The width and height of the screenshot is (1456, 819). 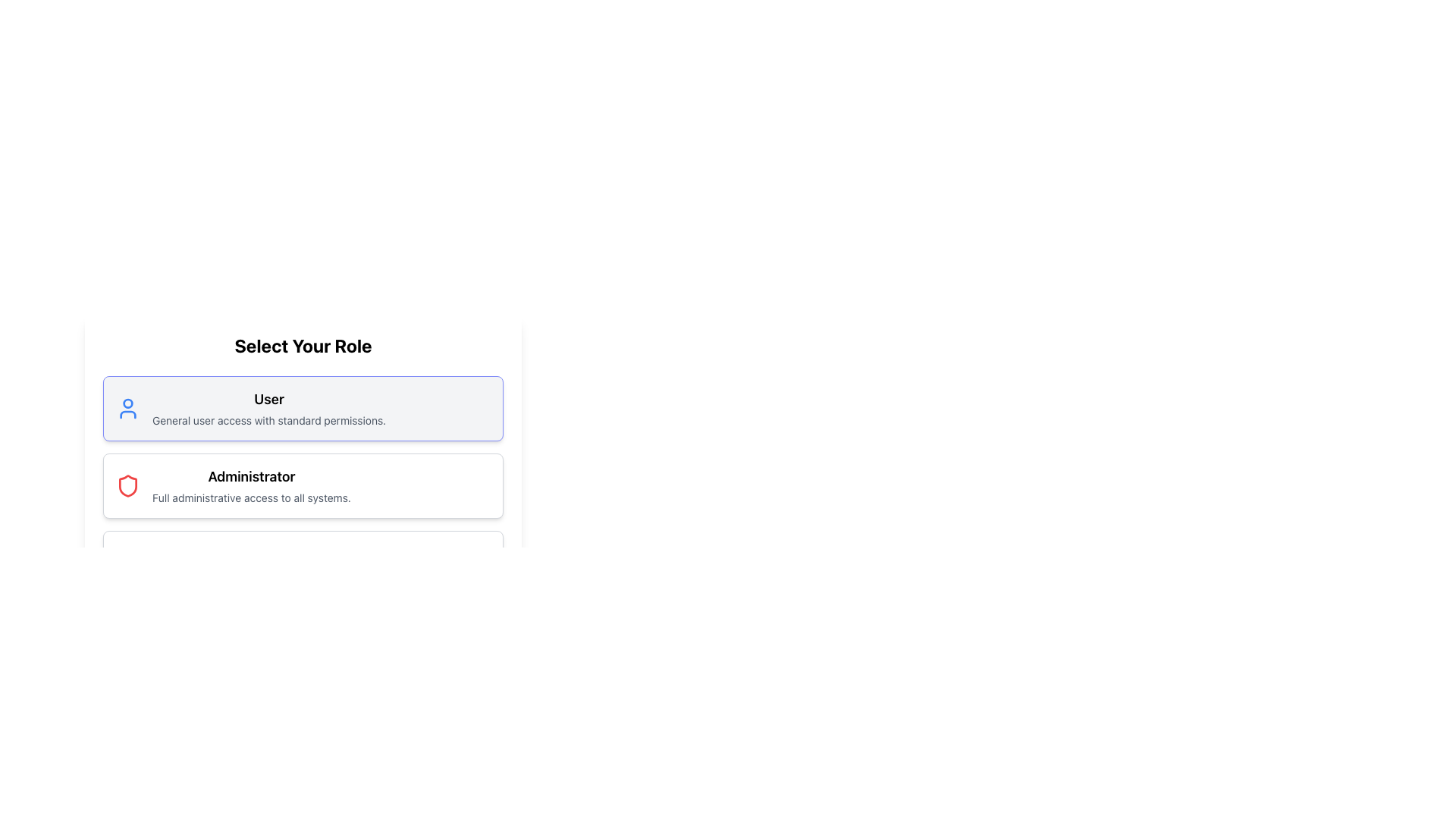 I want to click on text label that contains 'Administrator' and 'Full administrative access to all systems.' located in the second card under the title 'Select Your Role.', so click(x=251, y=485).